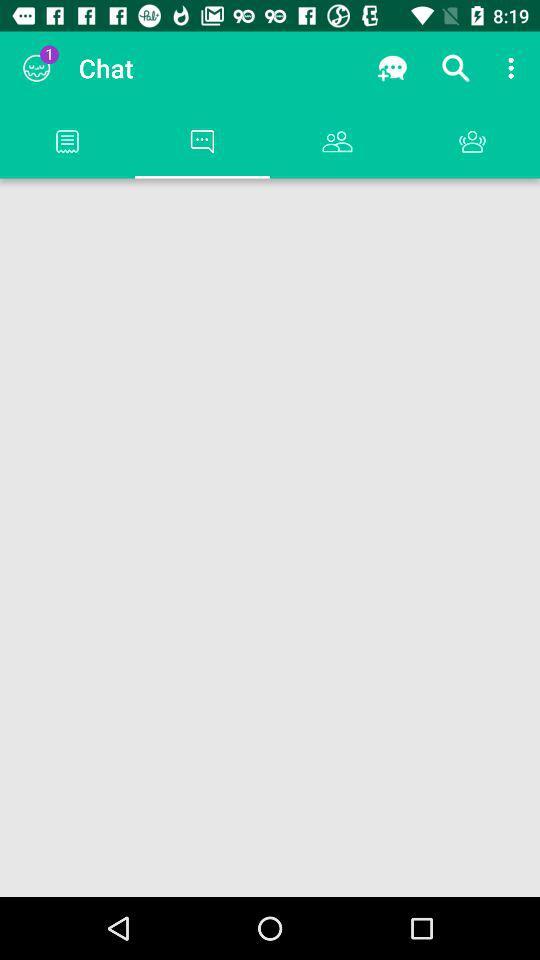 The height and width of the screenshot is (960, 540). Describe the element at coordinates (36, 68) in the screenshot. I see `item to the left of chat` at that location.